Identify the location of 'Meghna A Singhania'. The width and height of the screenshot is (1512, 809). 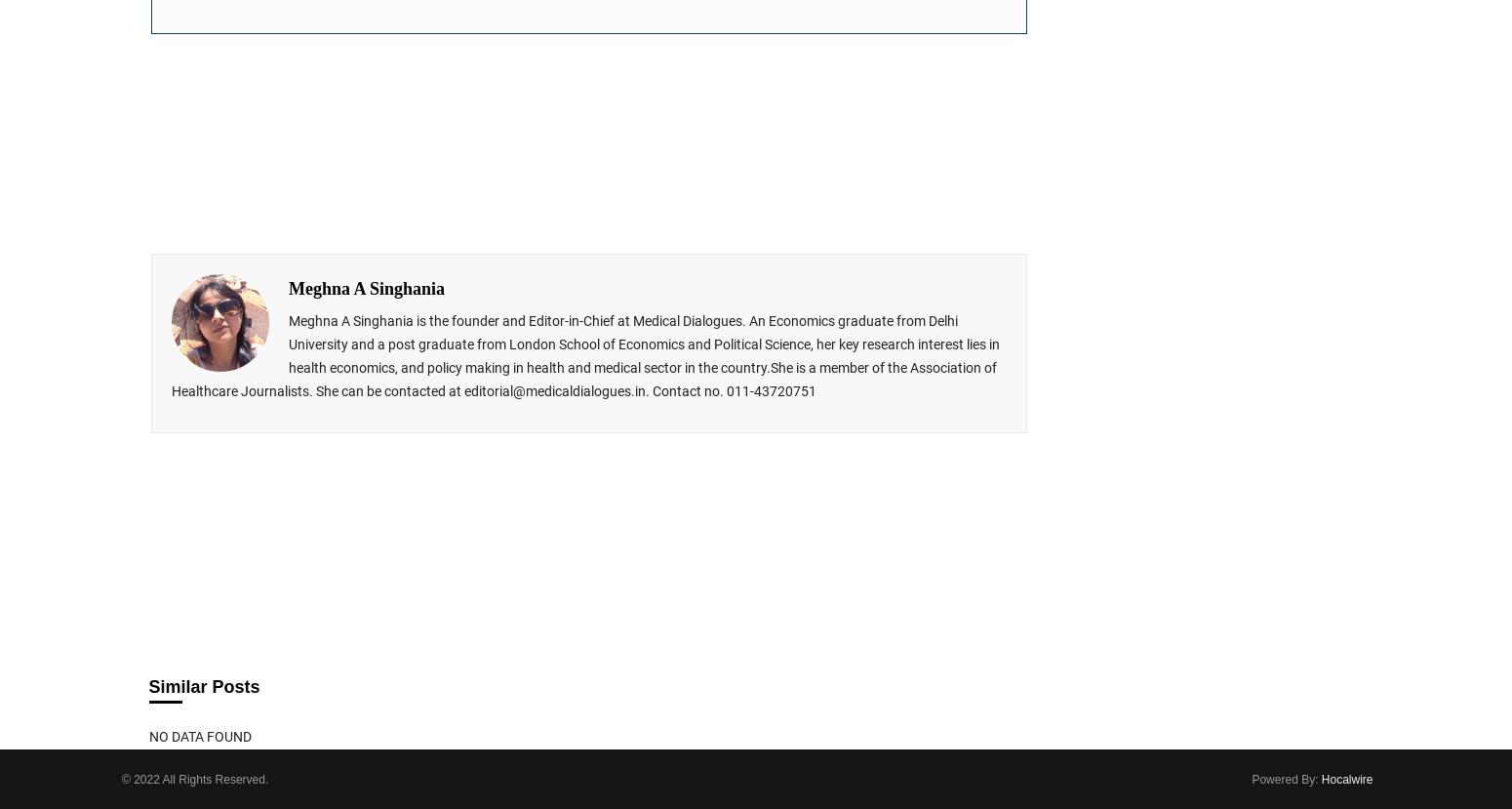
(366, 287).